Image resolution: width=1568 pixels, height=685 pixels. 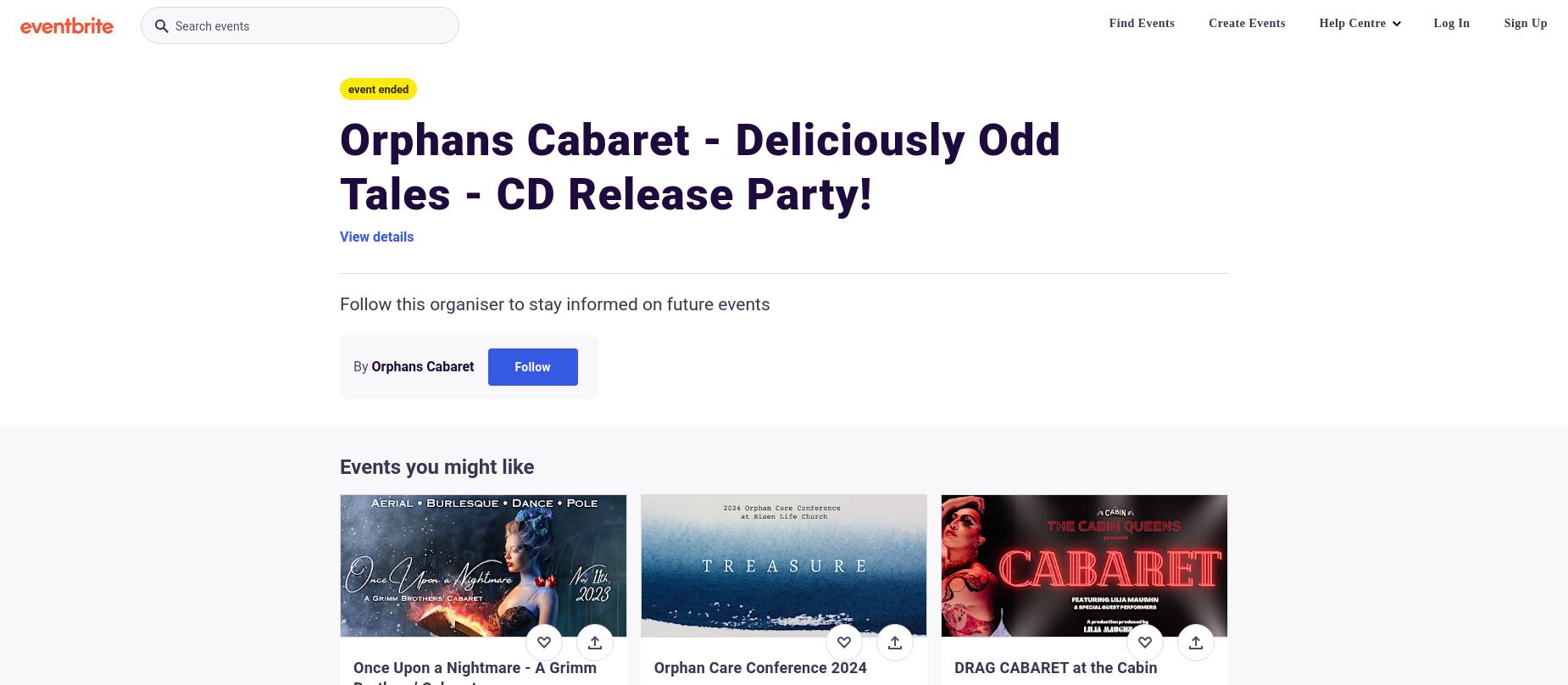 I want to click on 'By', so click(x=359, y=366).